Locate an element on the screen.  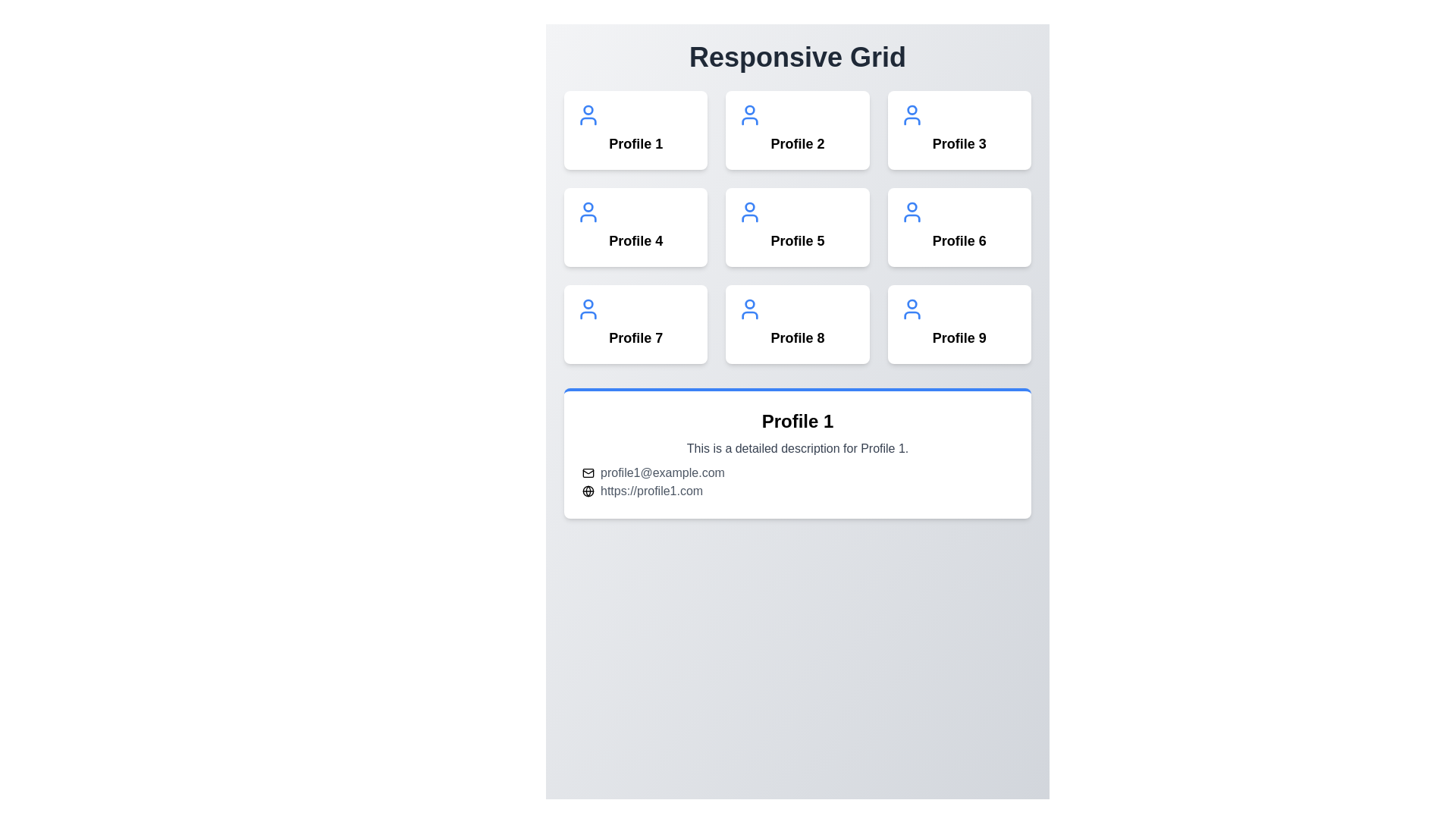
the Profile 3 card, which has a white background, a blue user icon at the top center, and bold black text underneath is located at coordinates (959, 130).